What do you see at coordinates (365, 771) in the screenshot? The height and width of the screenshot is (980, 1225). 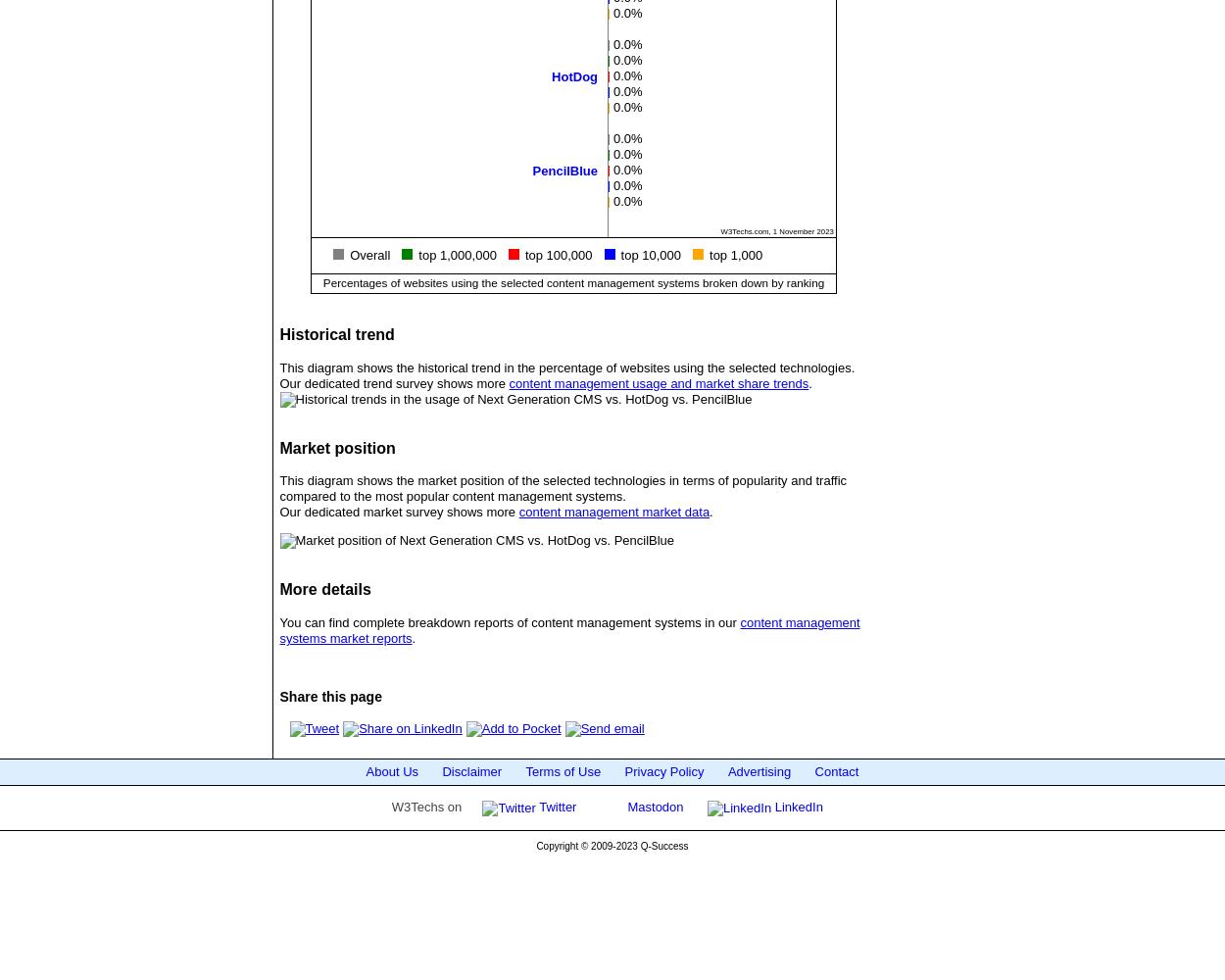 I see `'About Us'` at bounding box center [365, 771].